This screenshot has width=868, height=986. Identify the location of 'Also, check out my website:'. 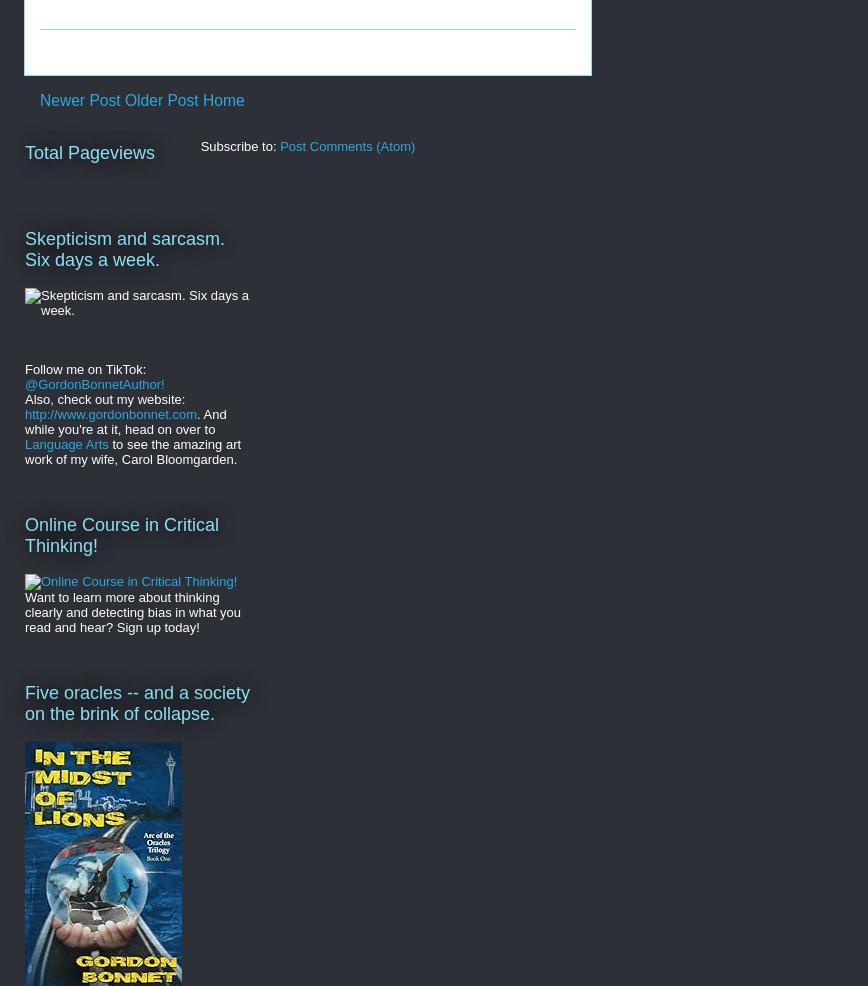
(105, 398).